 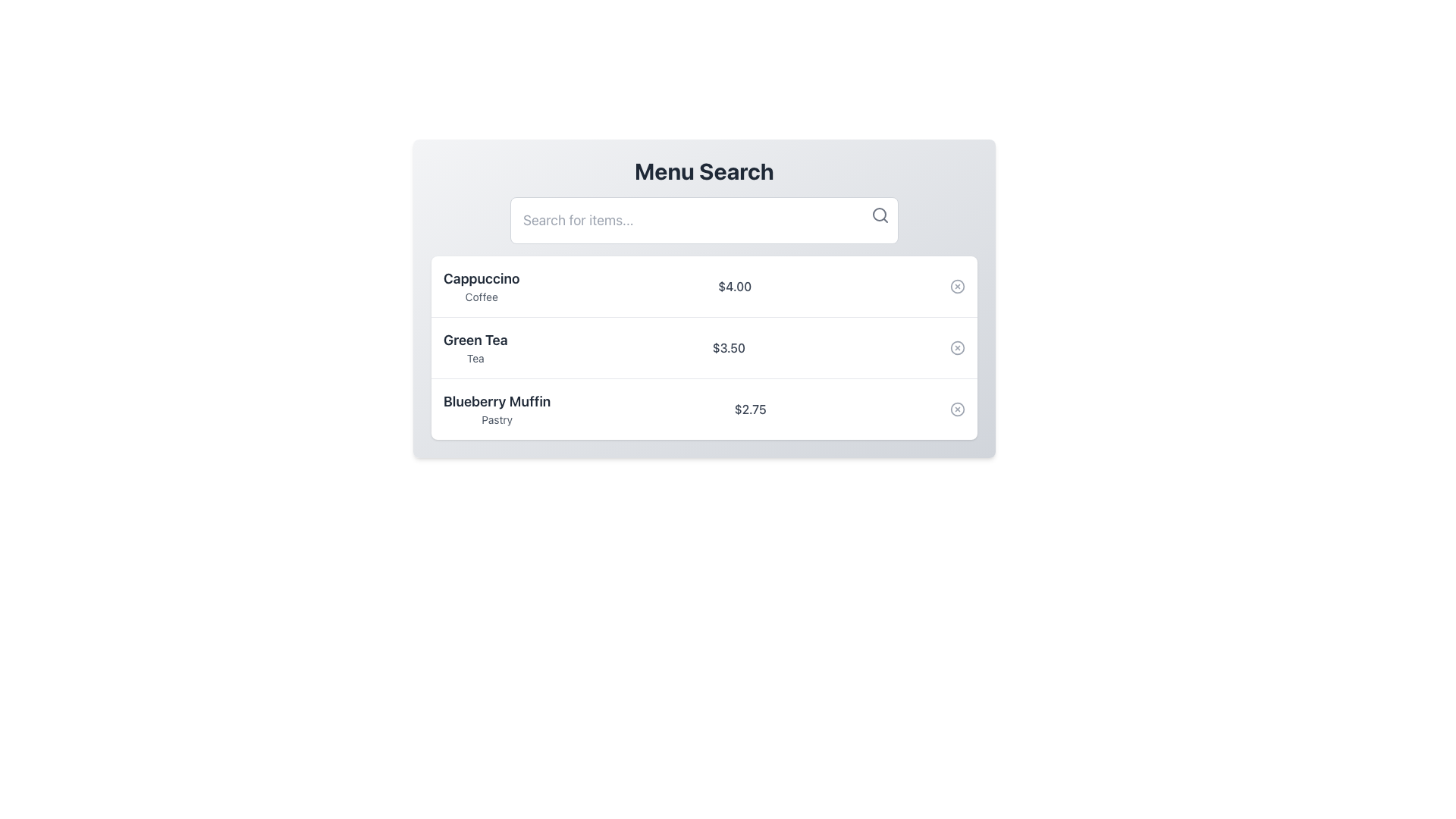 What do you see at coordinates (880, 215) in the screenshot?
I see `the search button located at the top-right corner of the search bar` at bounding box center [880, 215].